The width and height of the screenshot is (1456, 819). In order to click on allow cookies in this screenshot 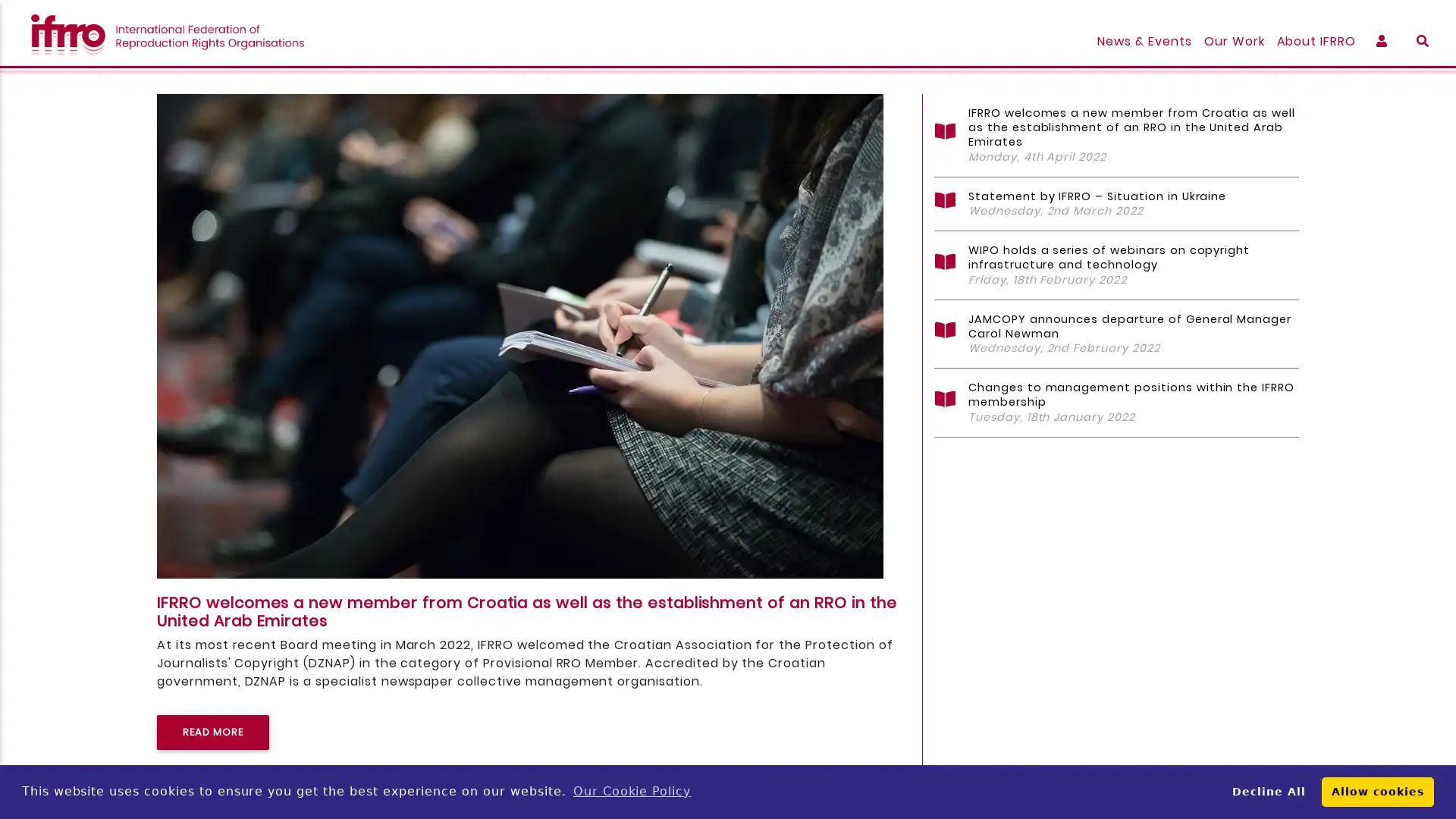, I will do `click(1377, 791)`.